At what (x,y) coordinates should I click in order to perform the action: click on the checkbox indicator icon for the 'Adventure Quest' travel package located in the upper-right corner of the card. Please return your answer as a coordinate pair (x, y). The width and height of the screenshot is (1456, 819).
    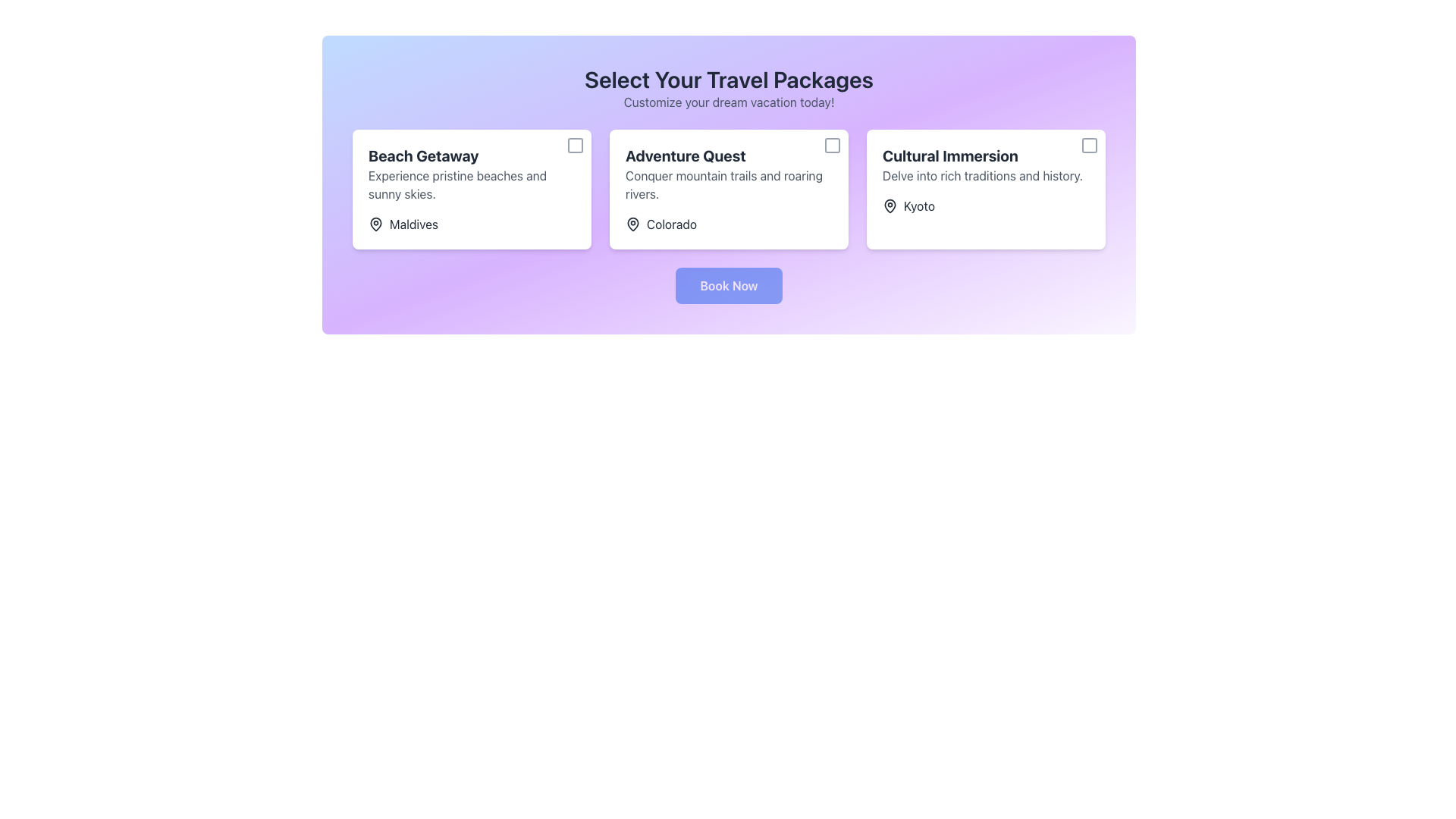
    Looking at the image, I should click on (832, 146).